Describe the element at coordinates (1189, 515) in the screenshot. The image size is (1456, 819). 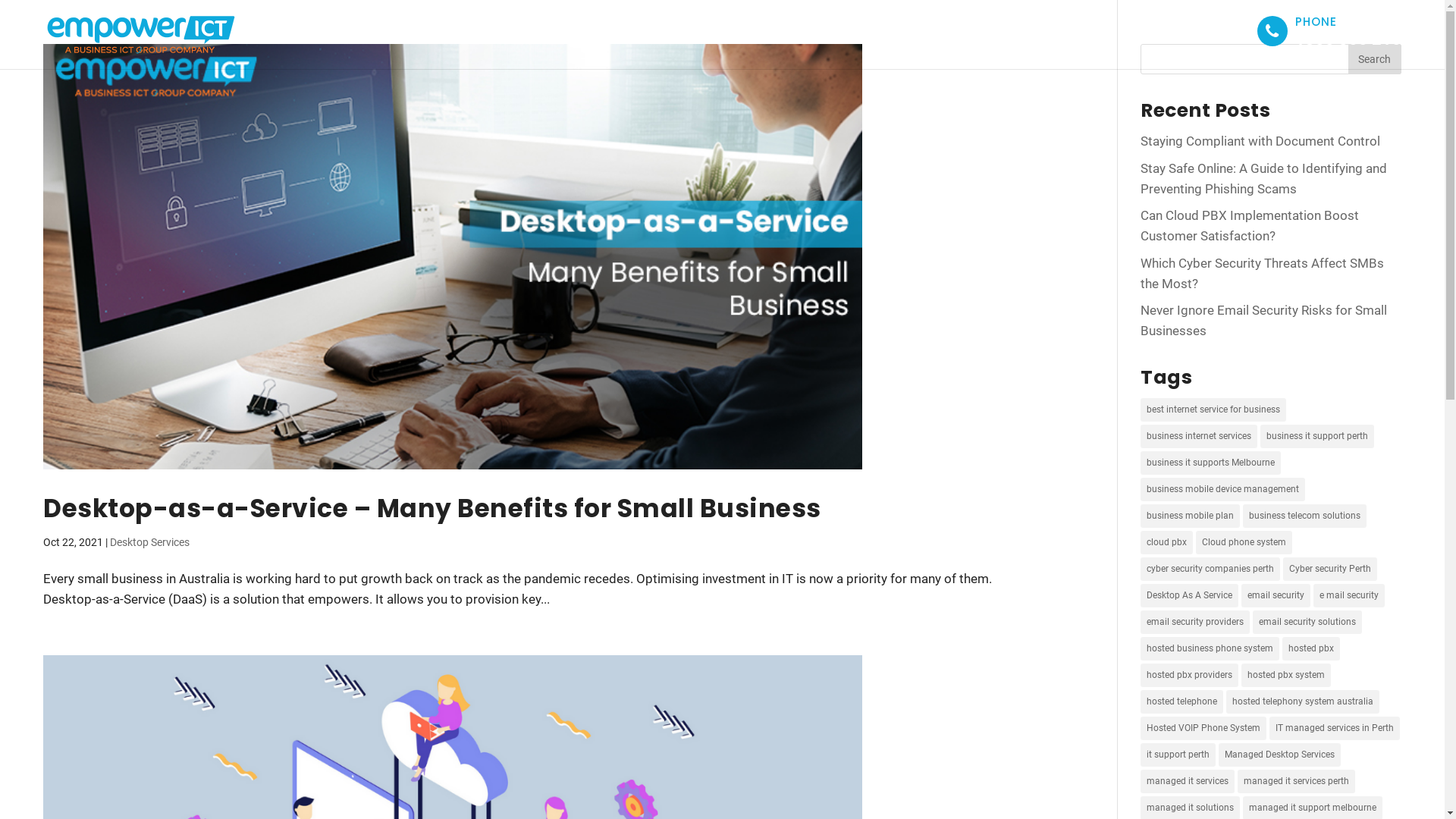
I see `'business mobile plan'` at that location.